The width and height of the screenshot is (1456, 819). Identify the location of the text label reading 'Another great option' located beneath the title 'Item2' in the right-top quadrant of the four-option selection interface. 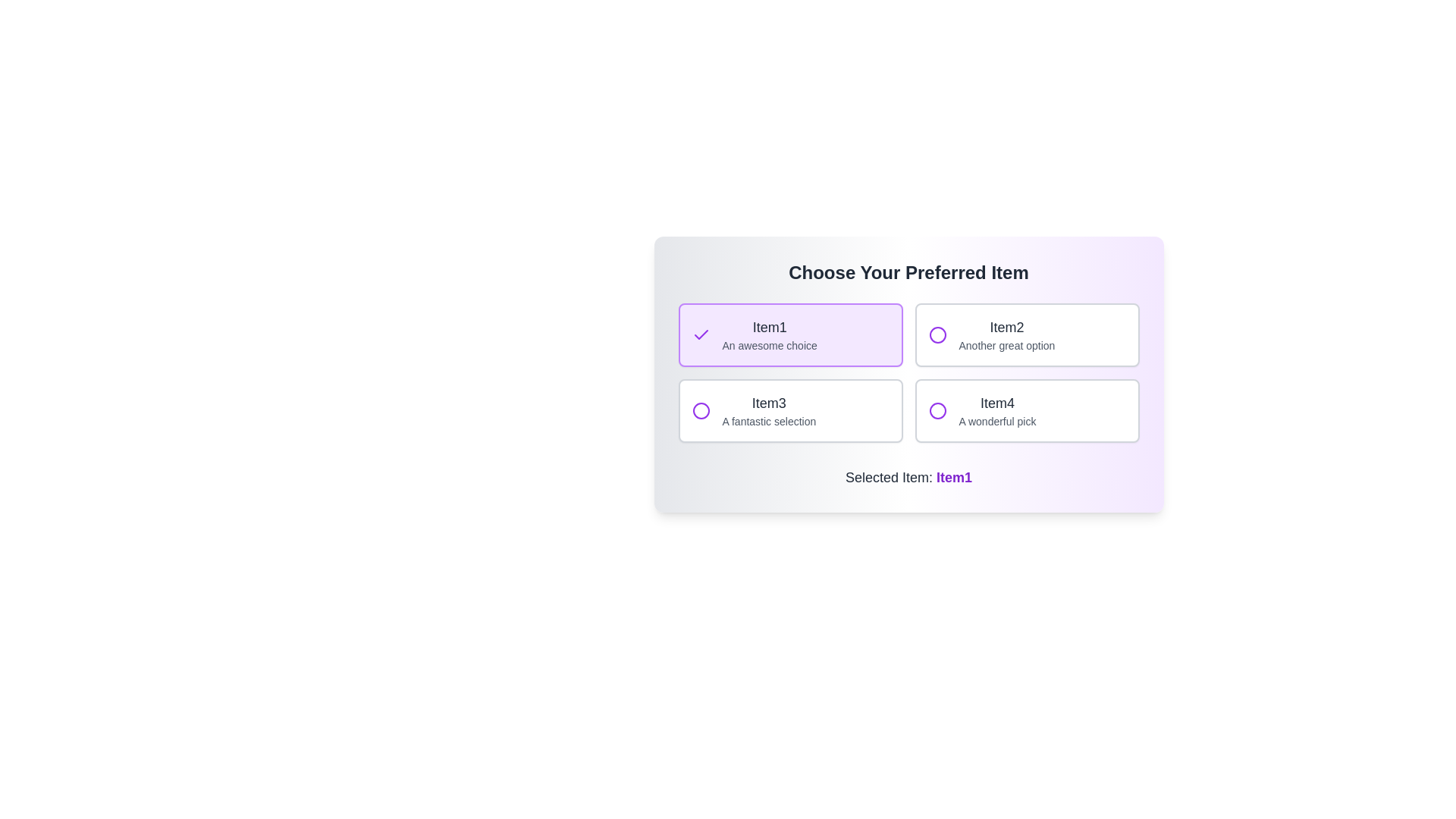
(1006, 345).